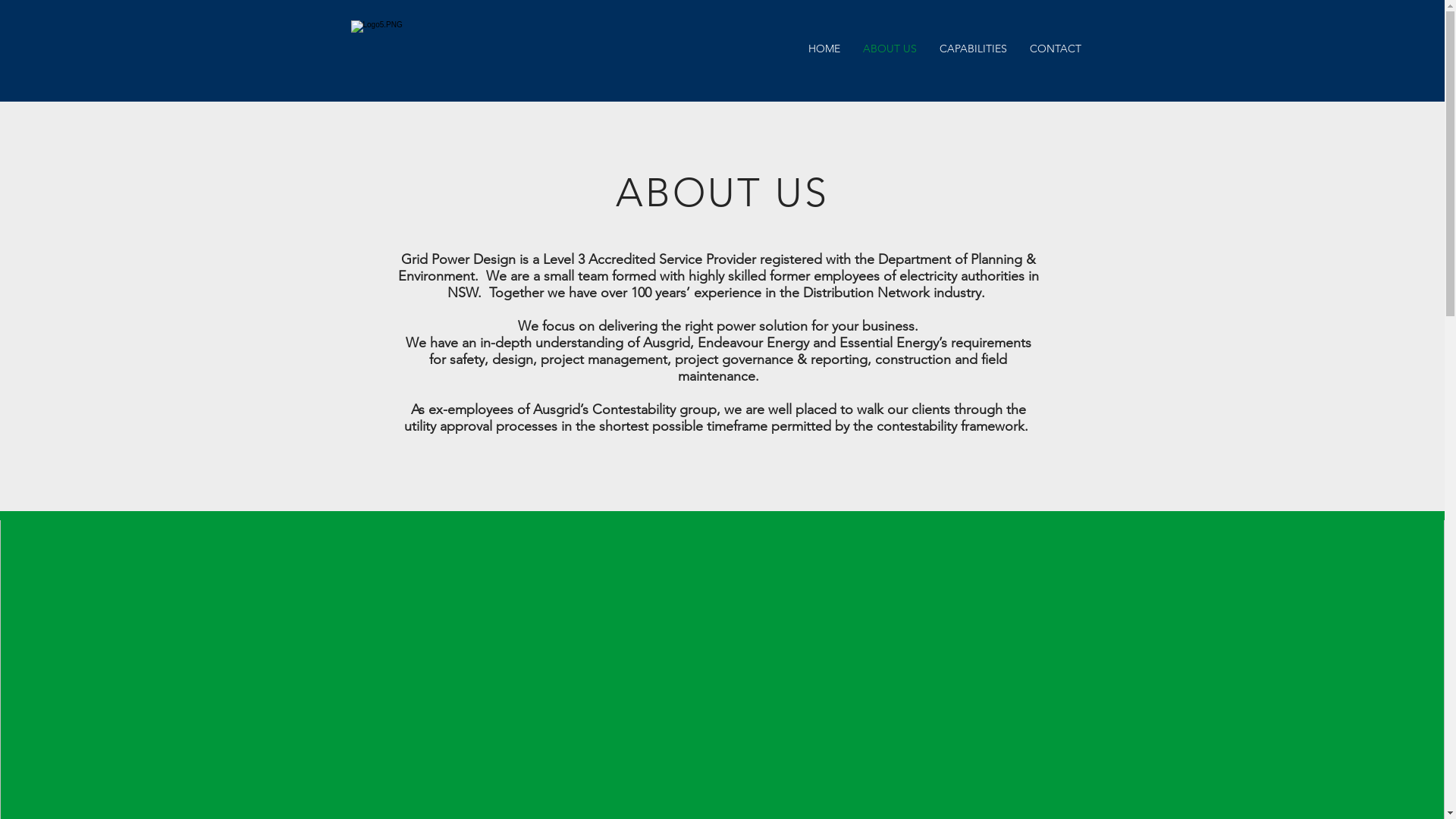 This screenshot has width=1456, height=819. Describe the element at coordinates (973, 48) in the screenshot. I see `'CAPABILITIES'` at that location.